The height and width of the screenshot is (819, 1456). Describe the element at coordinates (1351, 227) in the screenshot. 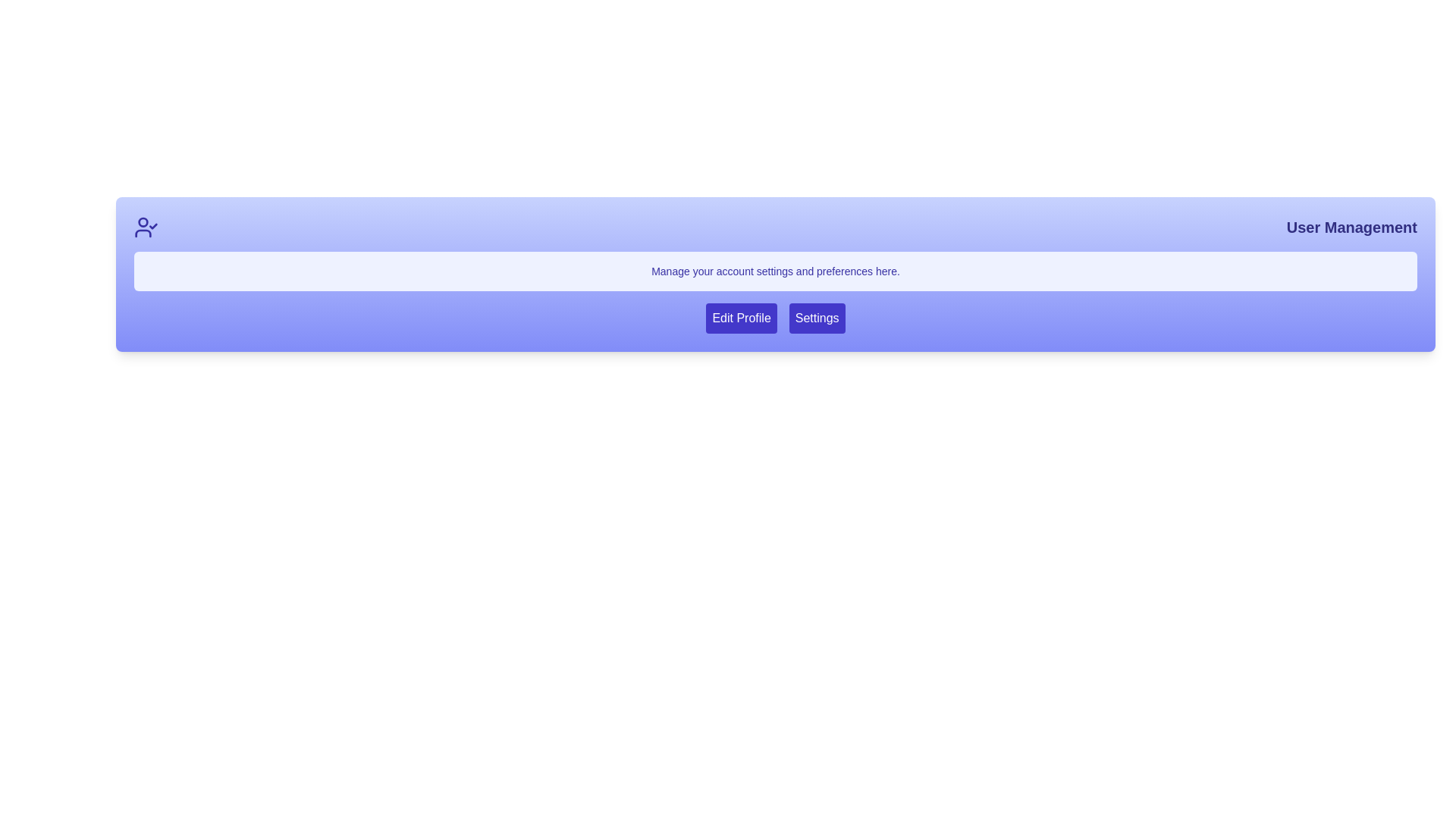

I see `the content of the Label element located in the top-right corner of the User Management section header` at that location.